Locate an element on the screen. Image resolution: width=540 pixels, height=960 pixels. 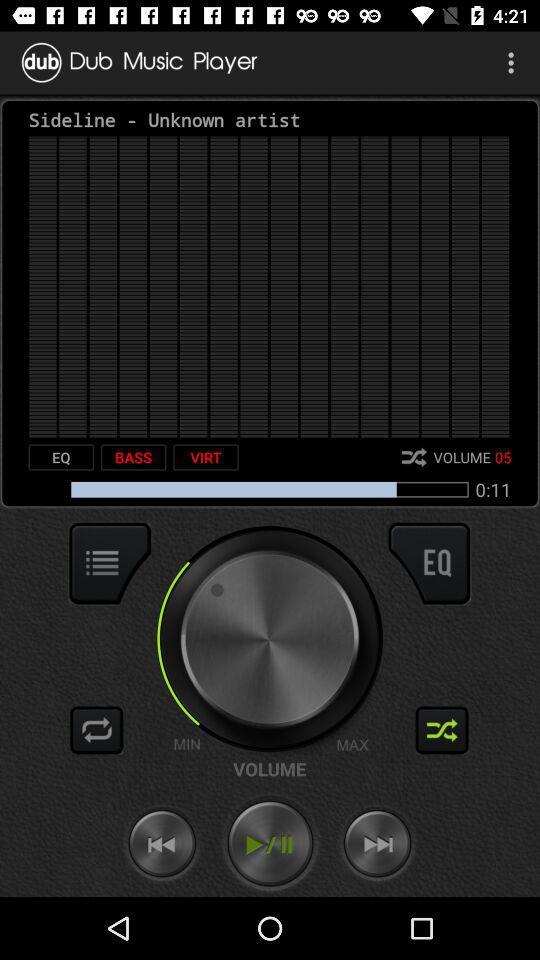
shuffle is located at coordinates (442, 729).